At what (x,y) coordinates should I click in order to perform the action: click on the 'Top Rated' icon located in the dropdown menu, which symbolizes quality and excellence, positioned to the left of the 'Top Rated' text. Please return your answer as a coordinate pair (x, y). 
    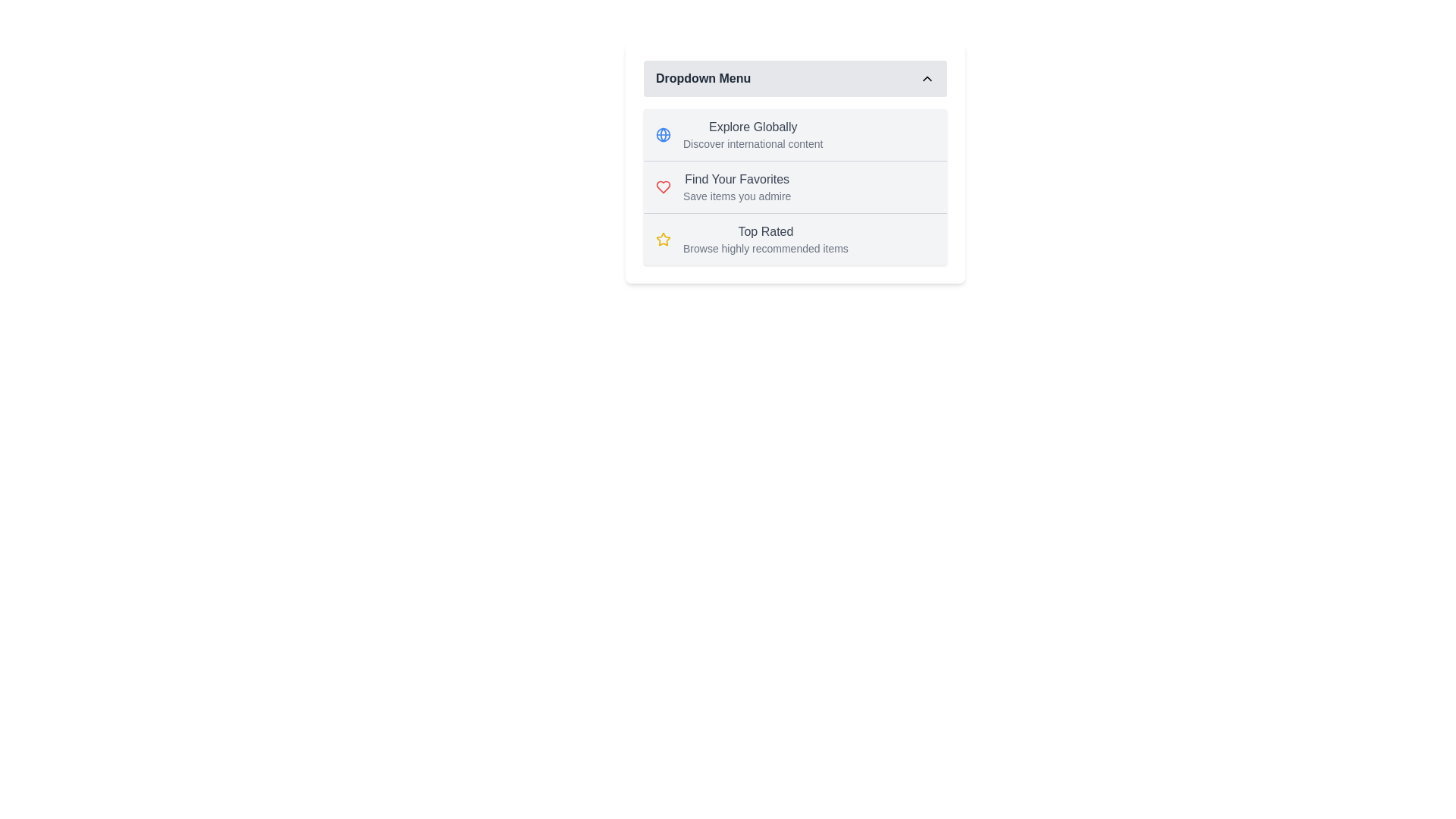
    Looking at the image, I should click on (663, 239).